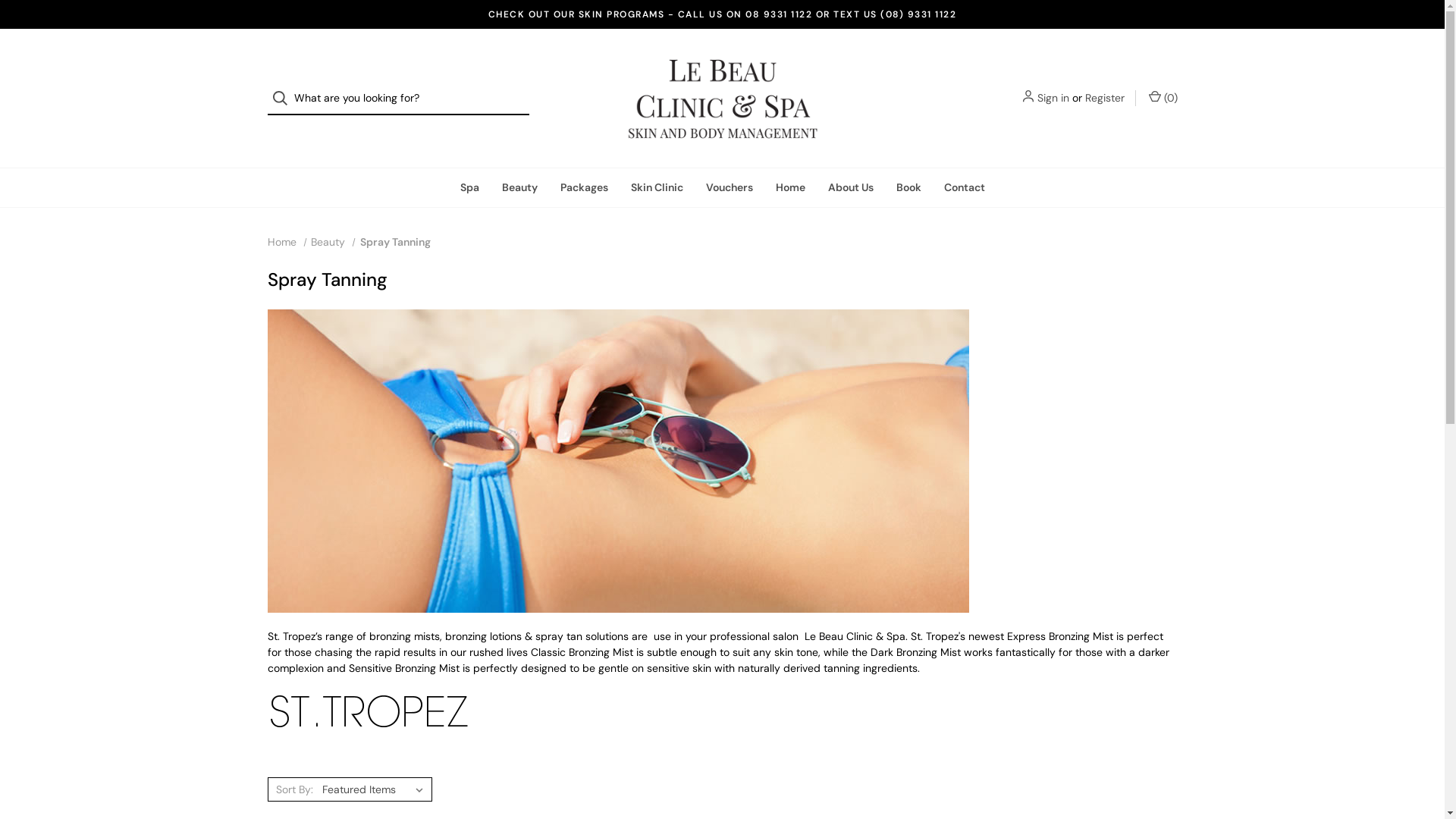  Describe the element at coordinates (1052, 98) in the screenshot. I see `'Sign in'` at that location.